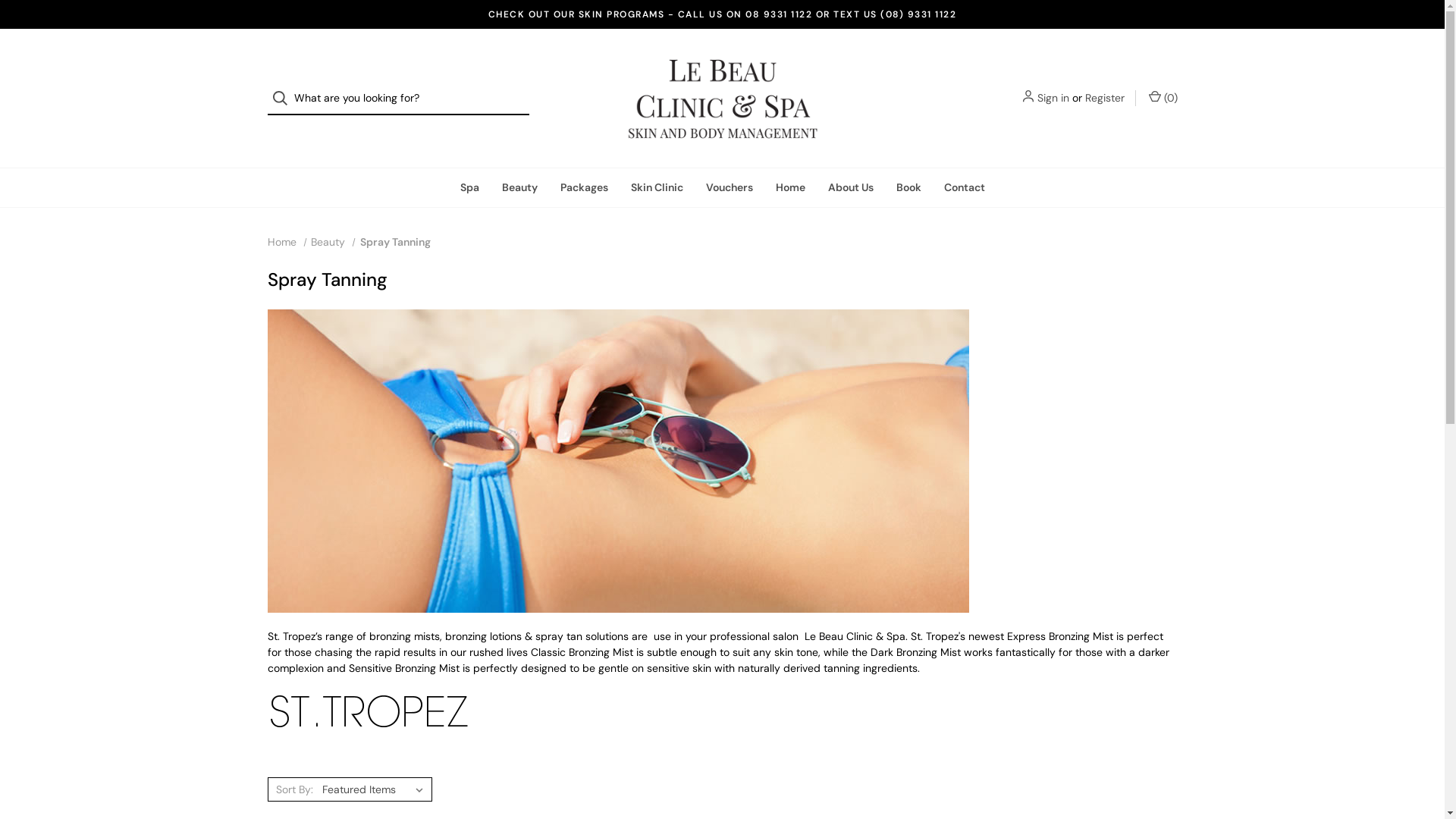  Describe the element at coordinates (1052, 98) in the screenshot. I see `'Sign in'` at that location.